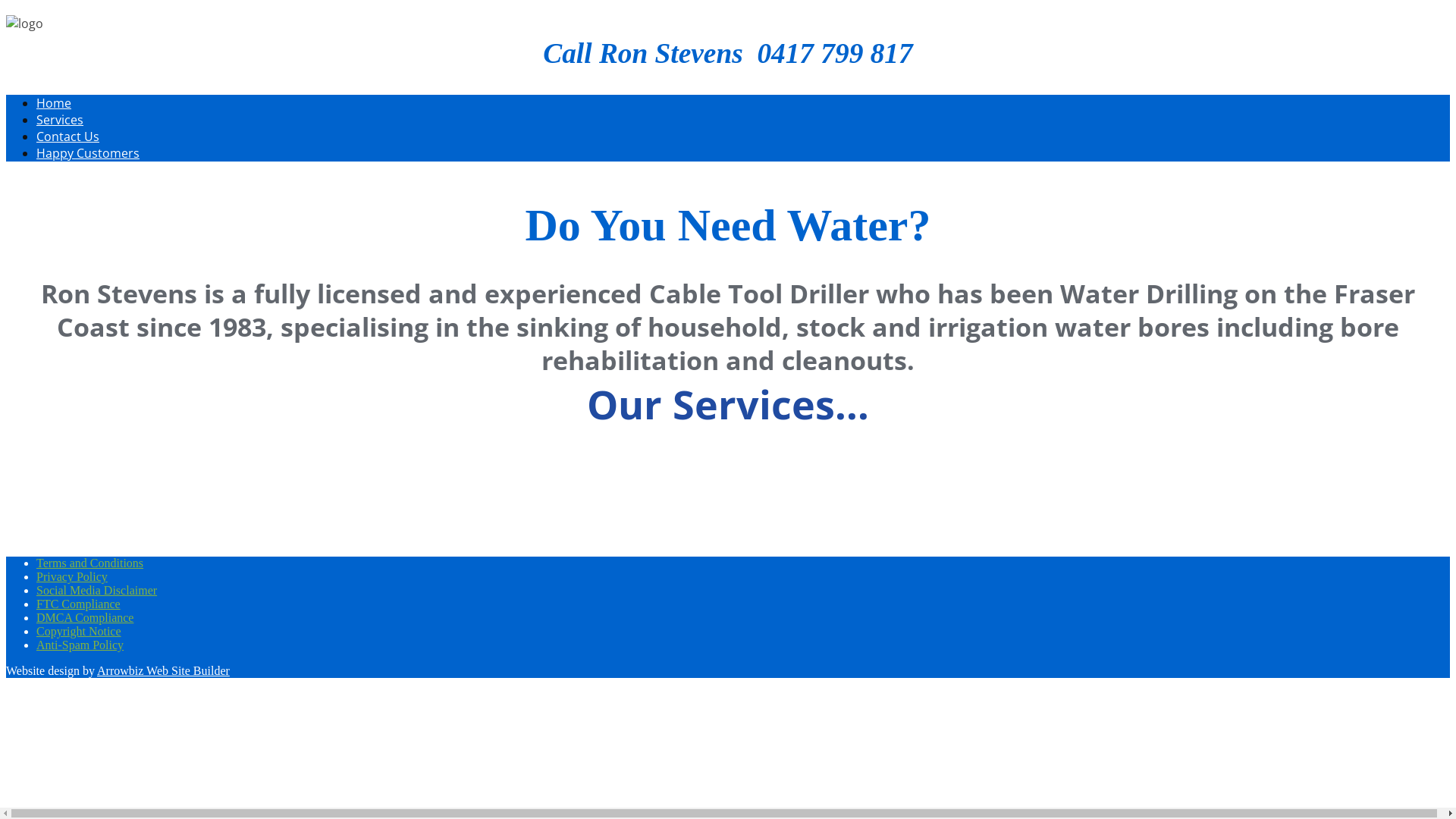 Image resolution: width=1456 pixels, height=819 pixels. Describe the element at coordinates (78, 631) in the screenshot. I see `'Copyright Notice'` at that location.